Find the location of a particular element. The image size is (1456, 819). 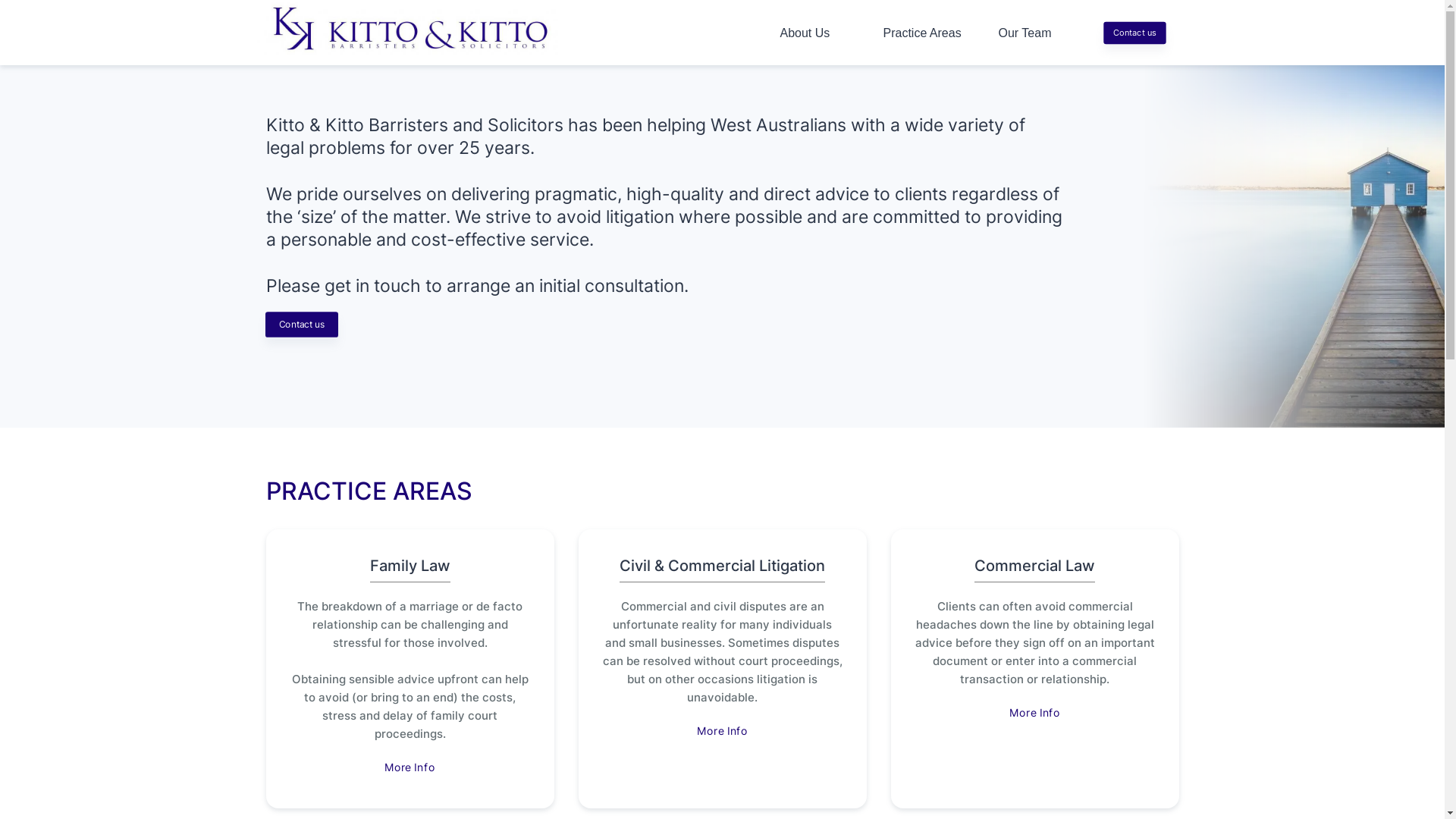

'logo' is located at coordinates (415, 49).